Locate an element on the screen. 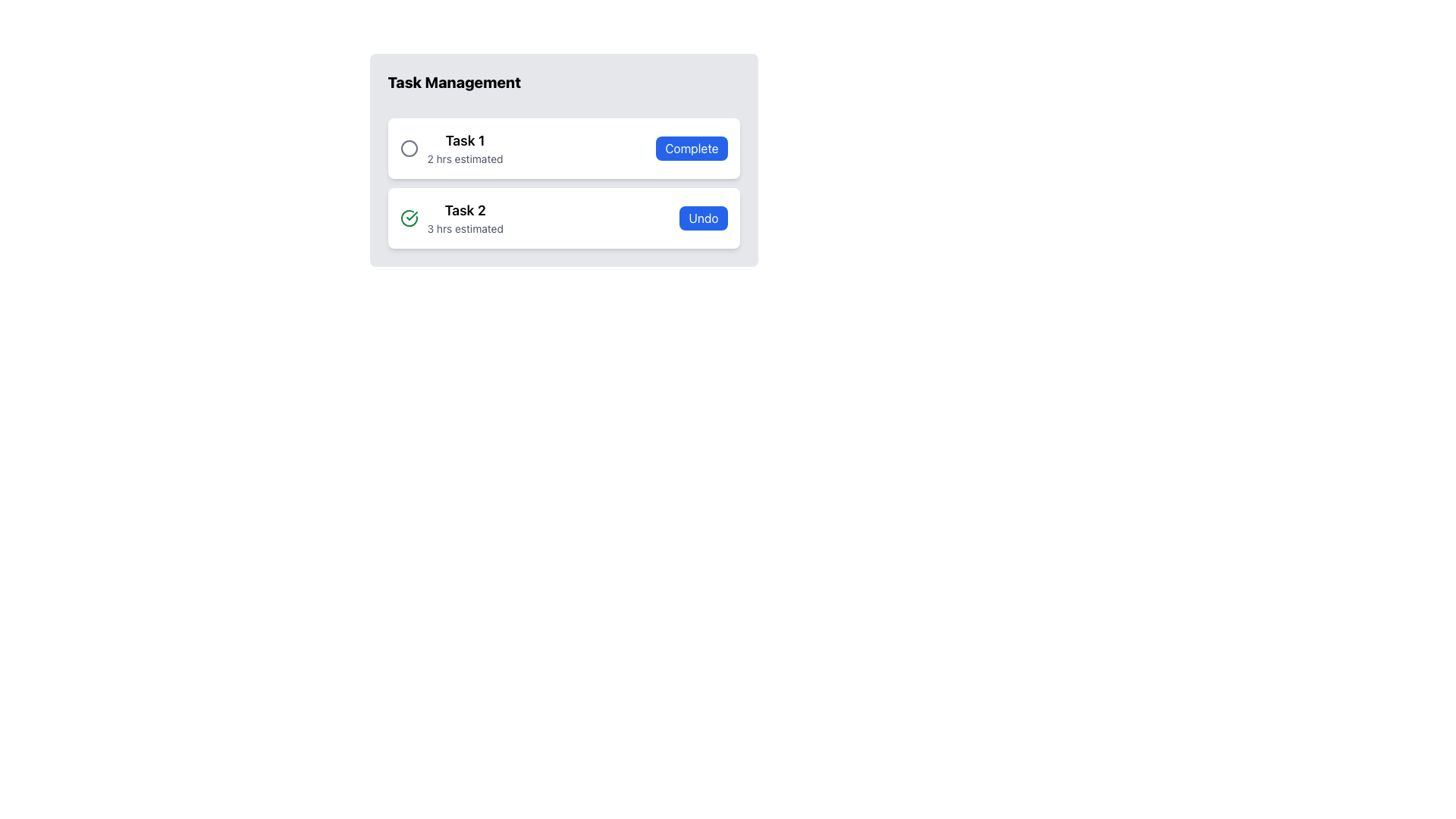 This screenshot has height=819, width=1456. the green checkmark icon in the second row of the task list, which is to the left of the bold text 'Task 2' is located at coordinates (409, 218).